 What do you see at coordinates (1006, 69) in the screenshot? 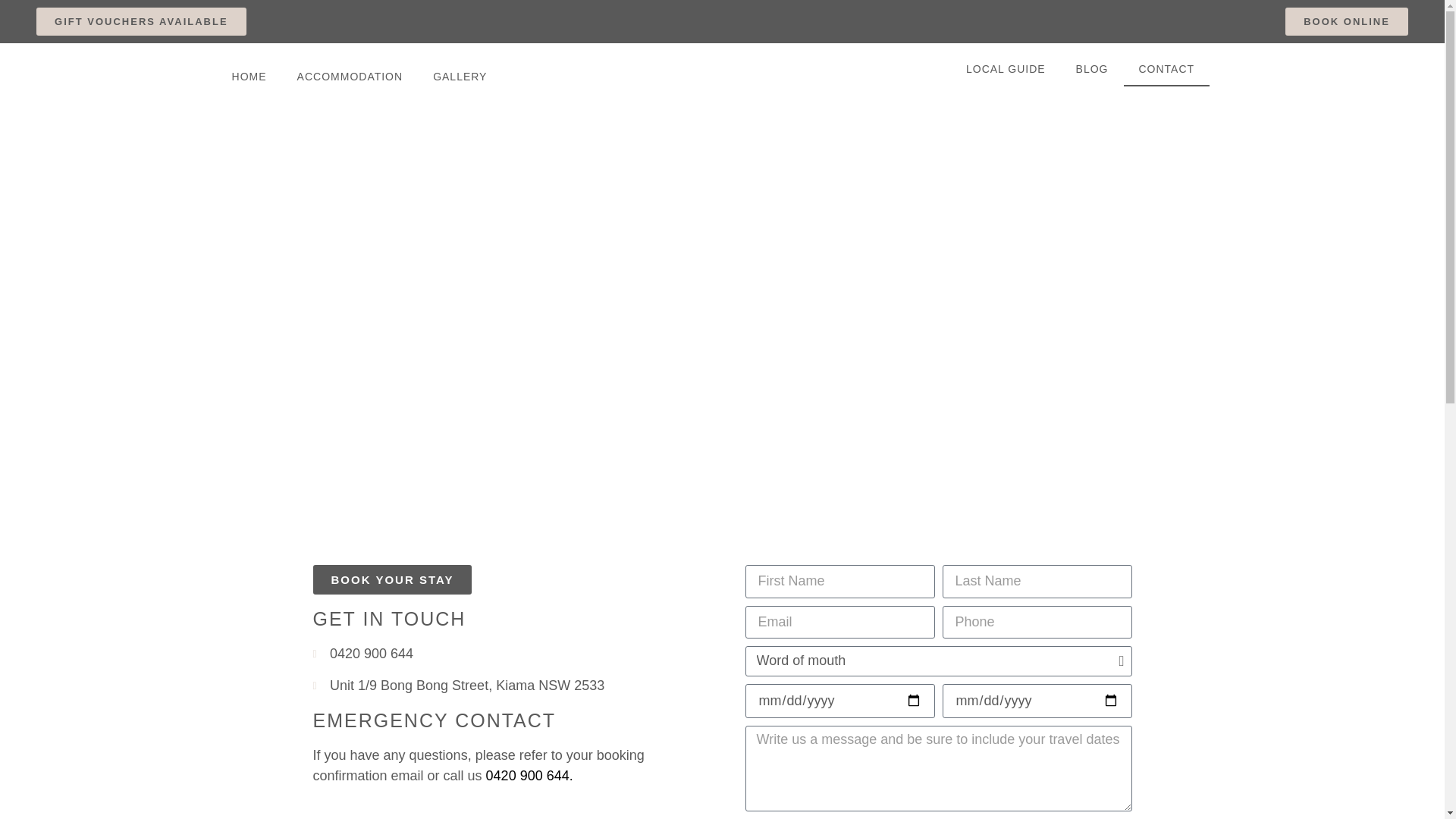
I see `'LOCAL GUIDE'` at bounding box center [1006, 69].